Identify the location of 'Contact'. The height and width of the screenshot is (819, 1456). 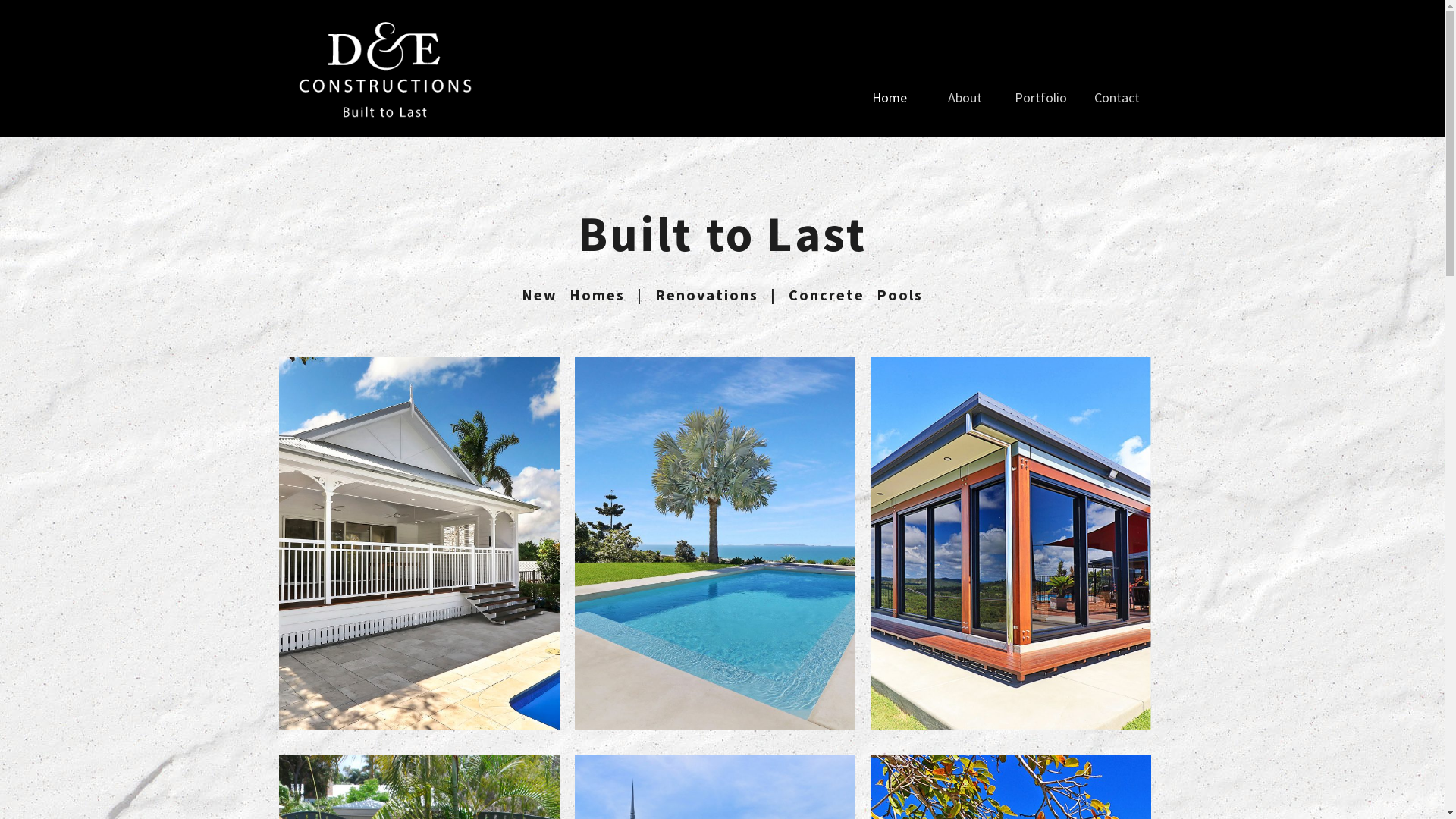
(1116, 98).